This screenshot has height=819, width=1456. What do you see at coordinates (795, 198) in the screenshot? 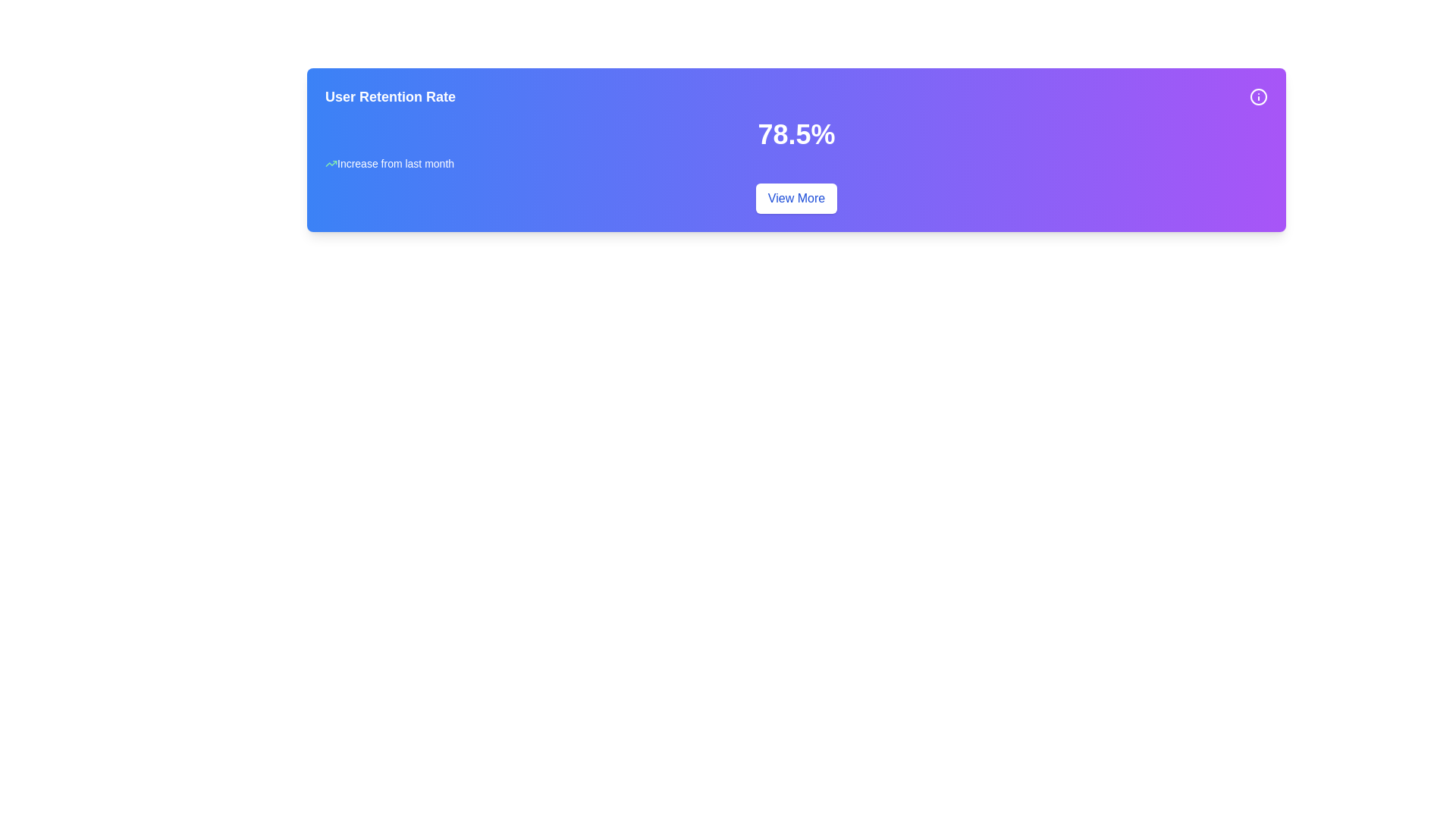
I see `the button located beneath the '78.5%' statistic within the purple gradient panel to trigger the background color change effect` at bounding box center [795, 198].